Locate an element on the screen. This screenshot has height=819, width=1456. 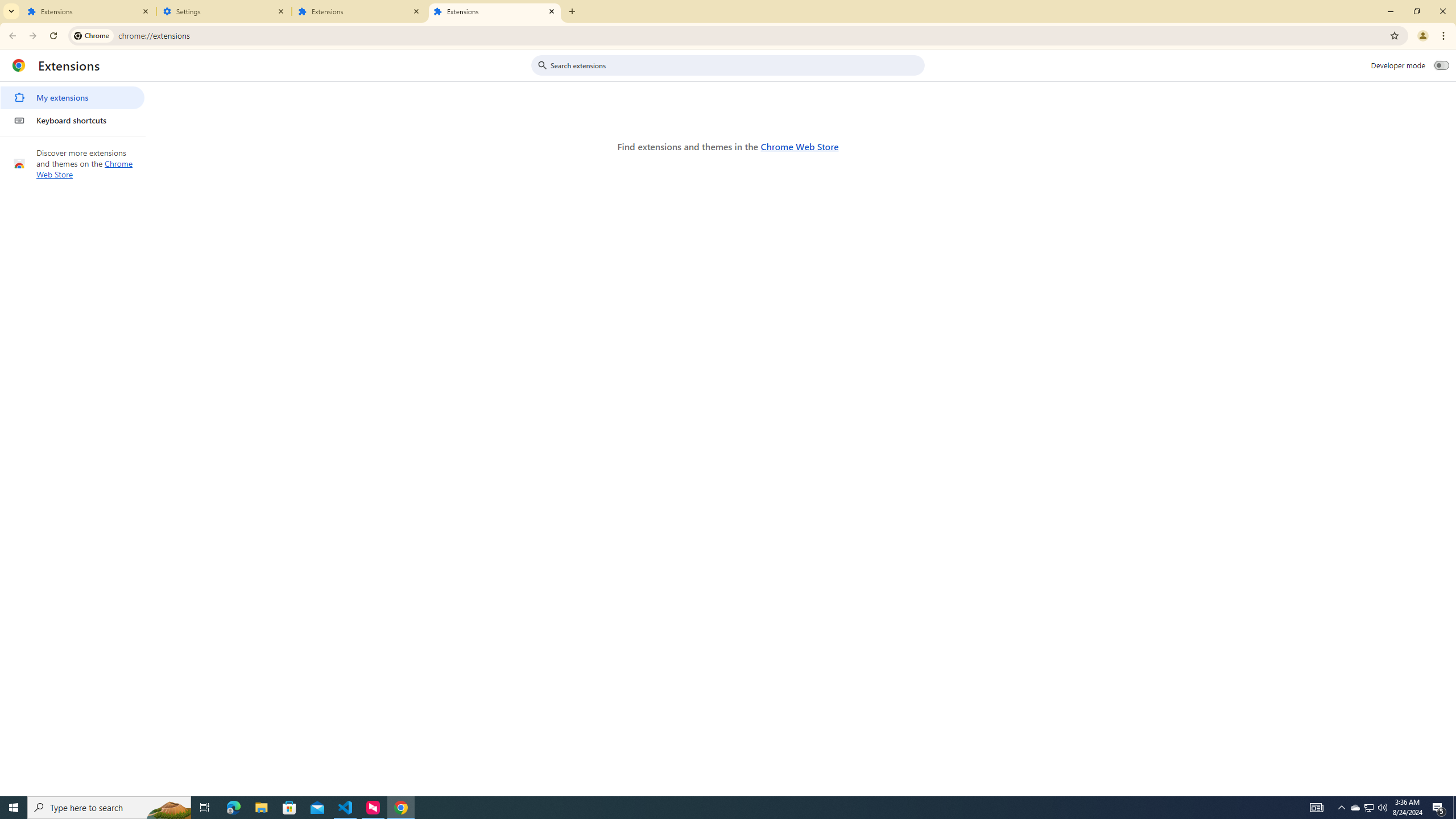
'Settings' is located at coordinates (224, 11).